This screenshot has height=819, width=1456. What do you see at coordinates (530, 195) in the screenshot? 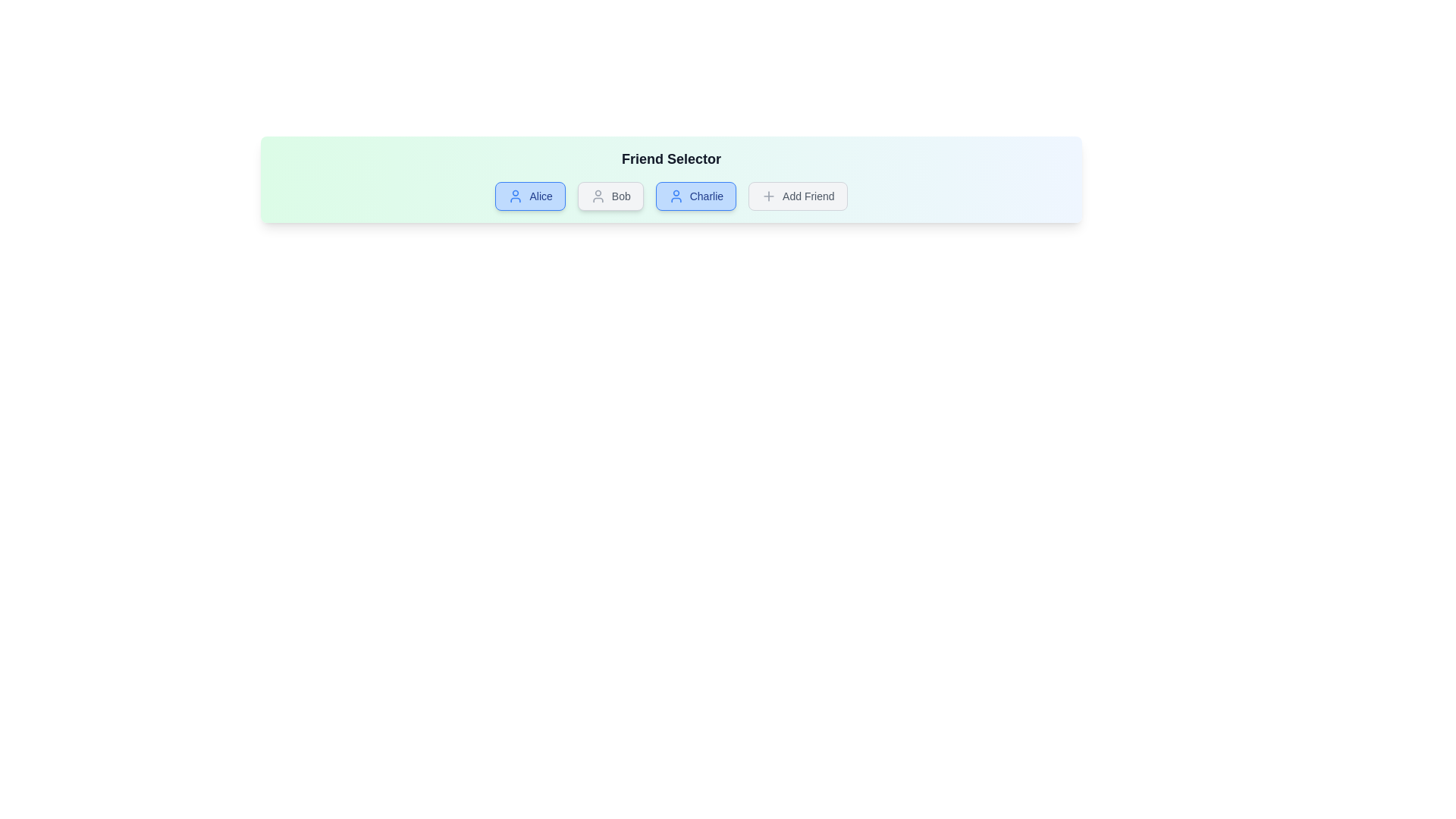
I see `the friend button labeled Alice to toggle its selection status` at bounding box center [530, 195].